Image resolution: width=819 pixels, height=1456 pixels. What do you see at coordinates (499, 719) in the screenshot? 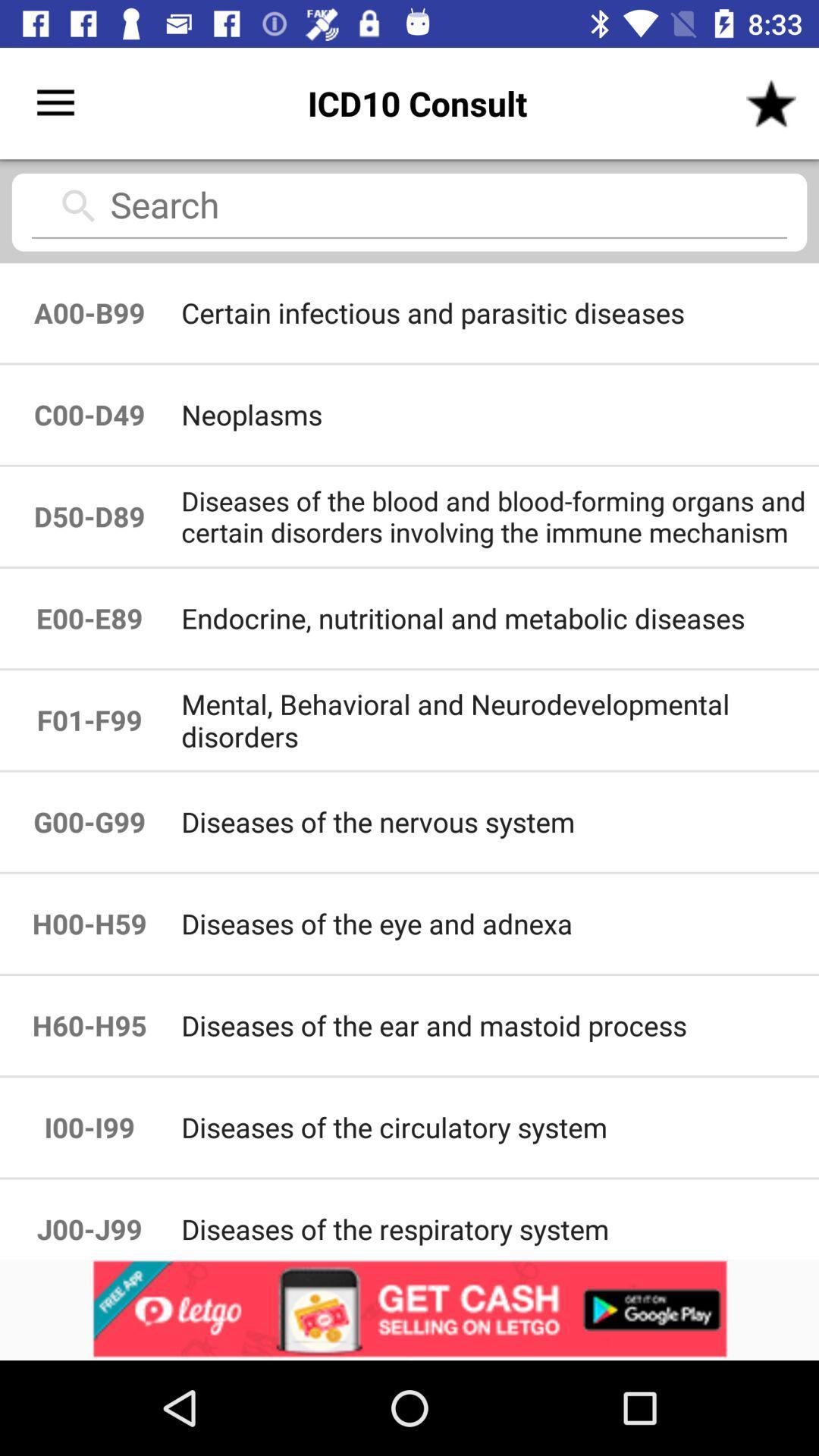
I see `the icon below e00-e89` at bounding box center [499, 719].